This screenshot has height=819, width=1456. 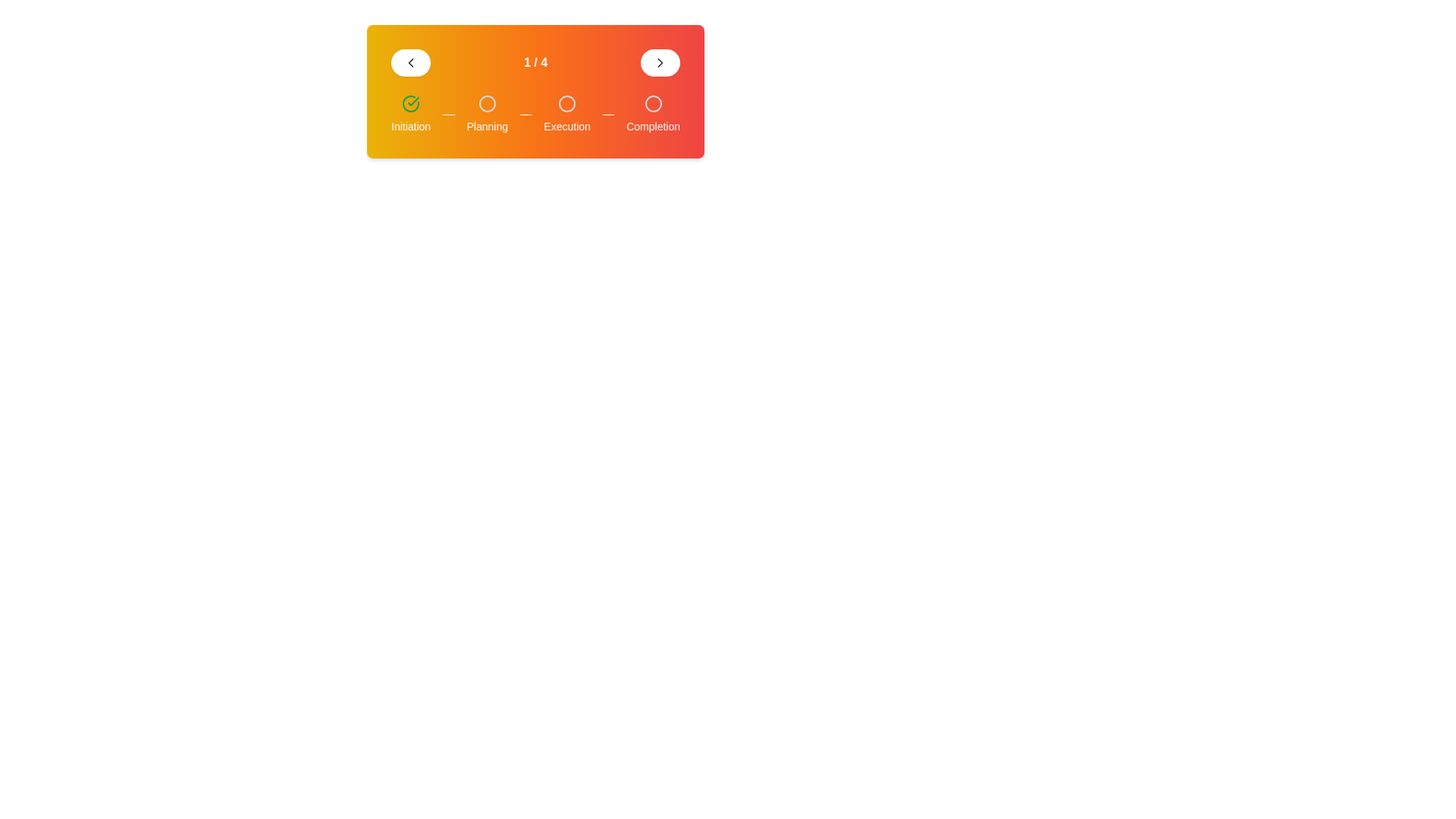 What do you see at coordinates (566, 103) in the screenshot?
I see `the status of the circular progress indicator located in the 'Execution' step of the progression bar, which is the third step in the sequence` at bounding box center [566, 103].